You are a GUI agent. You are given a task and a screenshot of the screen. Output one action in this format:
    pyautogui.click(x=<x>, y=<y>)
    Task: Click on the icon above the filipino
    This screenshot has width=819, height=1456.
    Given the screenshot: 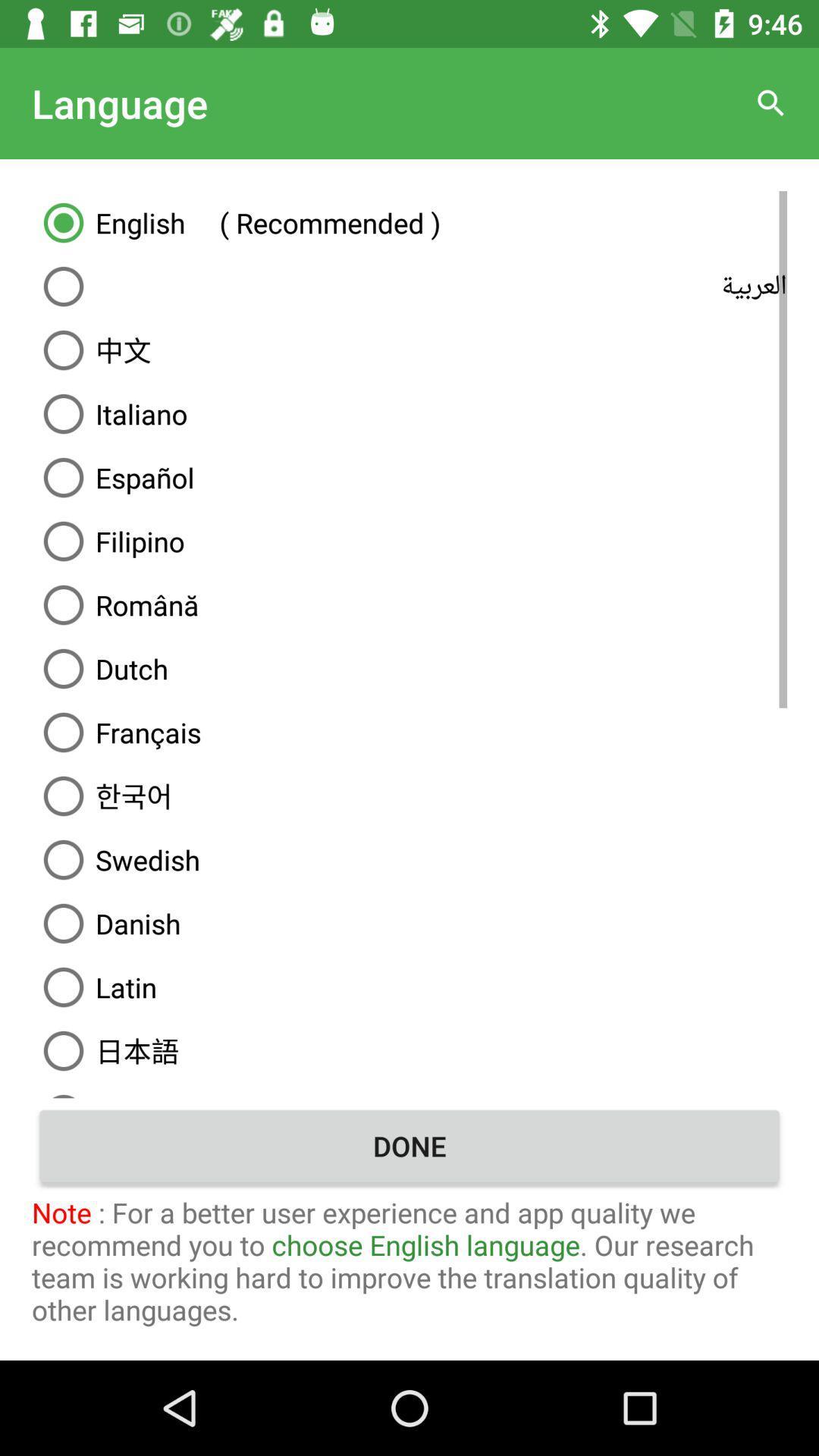 What is the action you would take?
    pyautogui.click(x=409, y=476)
    